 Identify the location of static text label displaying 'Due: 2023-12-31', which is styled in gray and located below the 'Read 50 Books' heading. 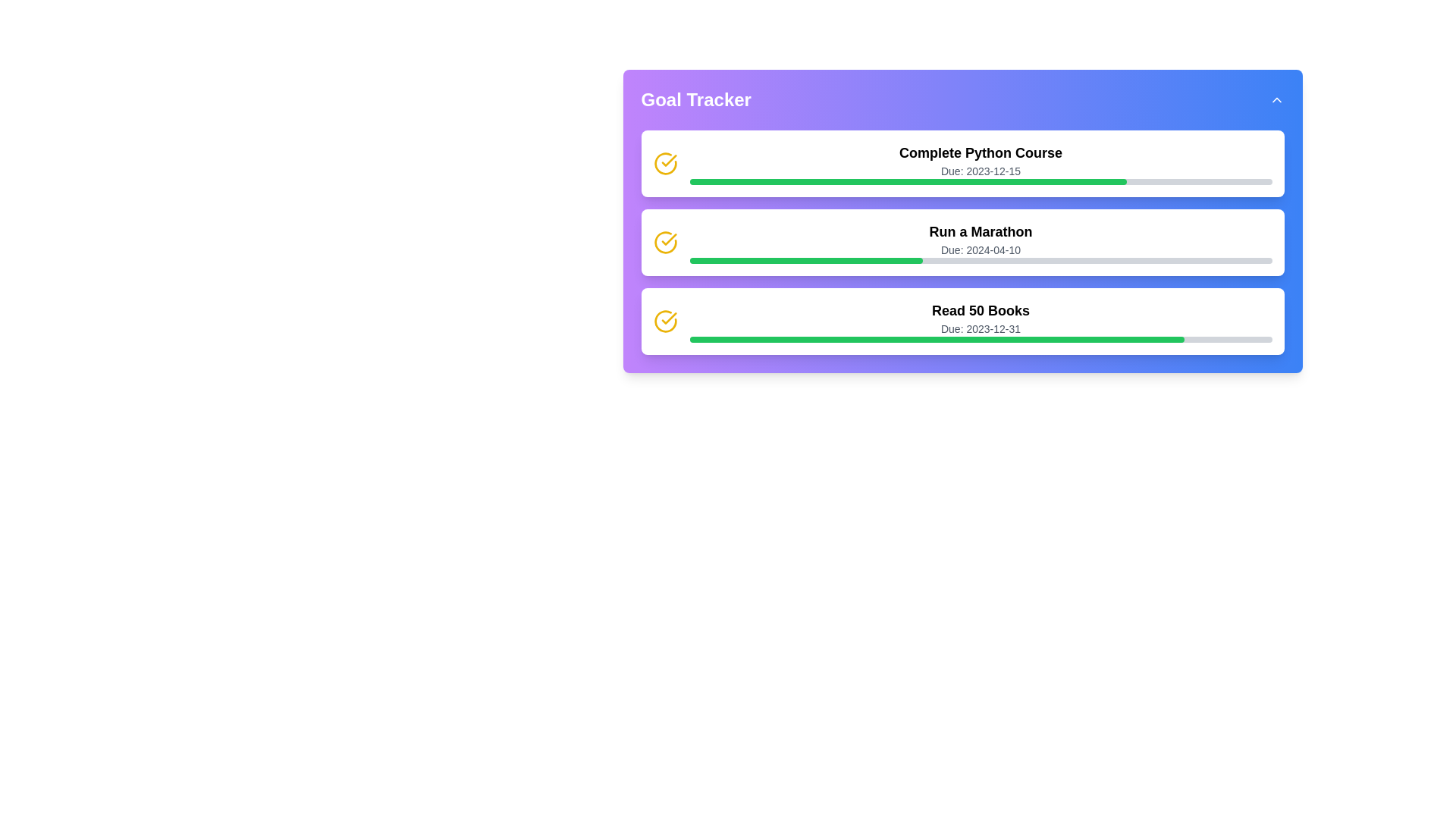
(981, 328).